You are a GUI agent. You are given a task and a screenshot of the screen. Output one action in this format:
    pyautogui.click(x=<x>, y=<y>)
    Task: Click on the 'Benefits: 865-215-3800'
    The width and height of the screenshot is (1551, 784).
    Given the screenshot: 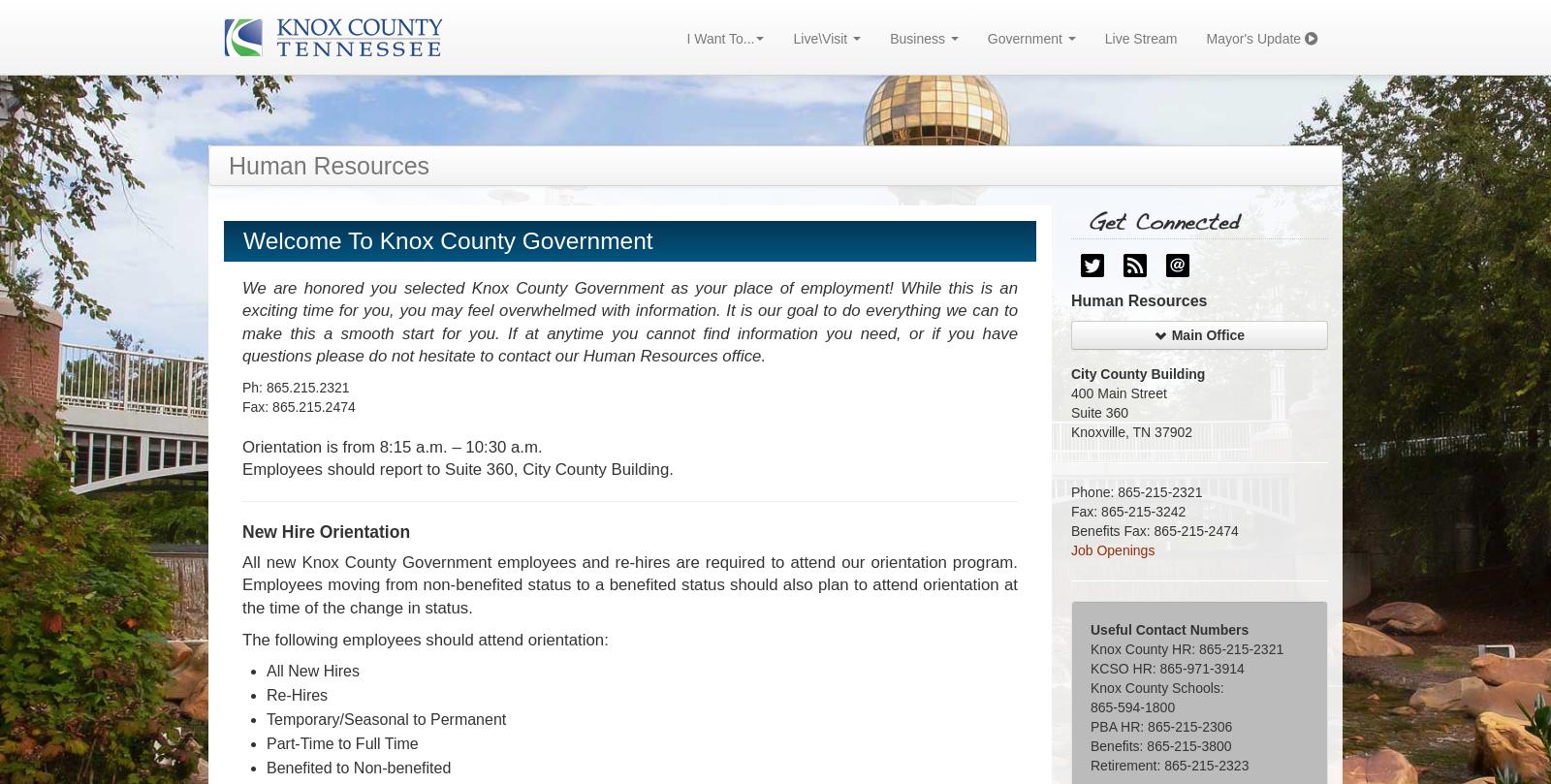 What is the action you would take?
    pyautogui.click(x=1090, y=745)
    